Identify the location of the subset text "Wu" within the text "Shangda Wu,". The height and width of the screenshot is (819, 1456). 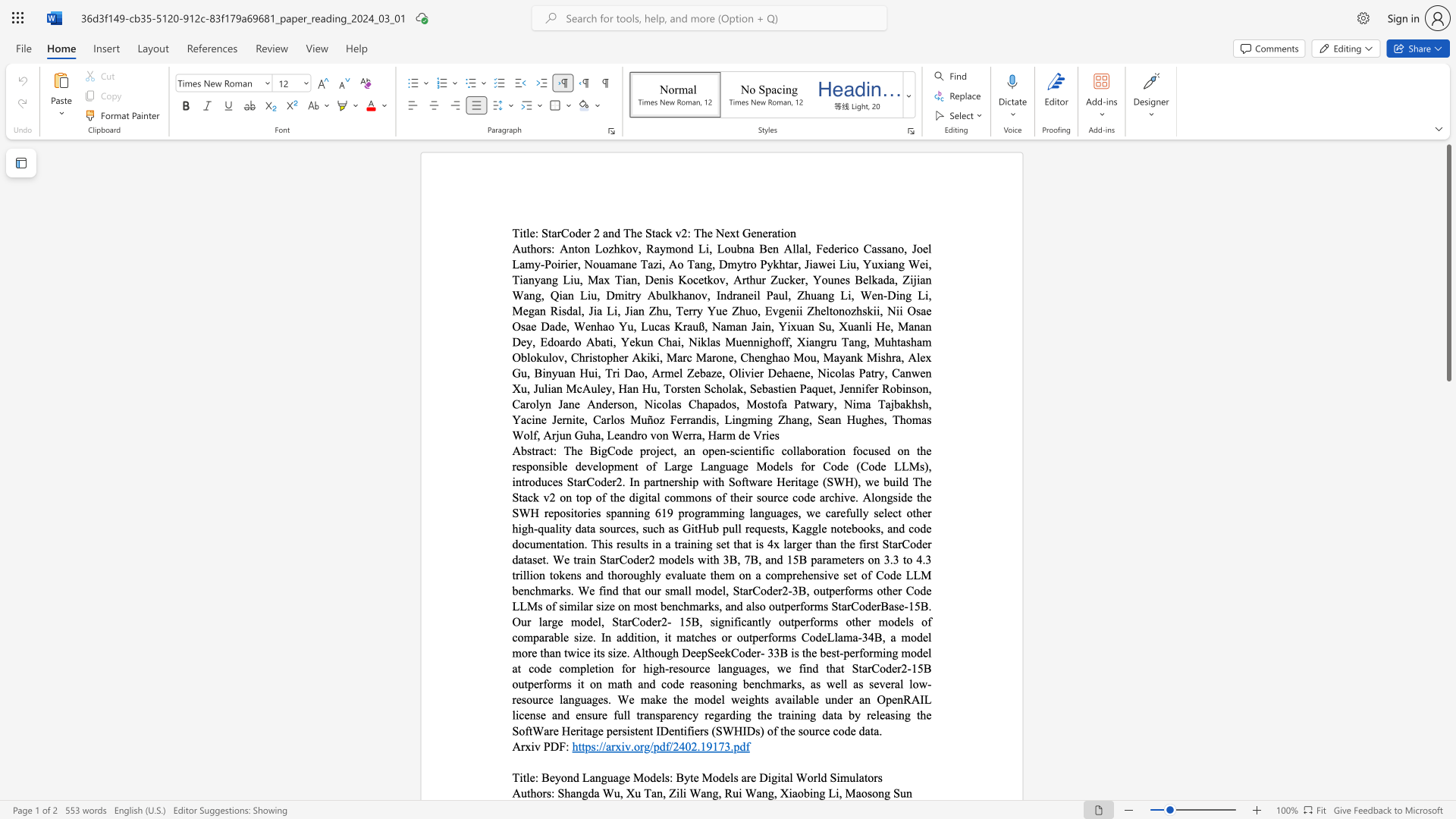
(601, 792).